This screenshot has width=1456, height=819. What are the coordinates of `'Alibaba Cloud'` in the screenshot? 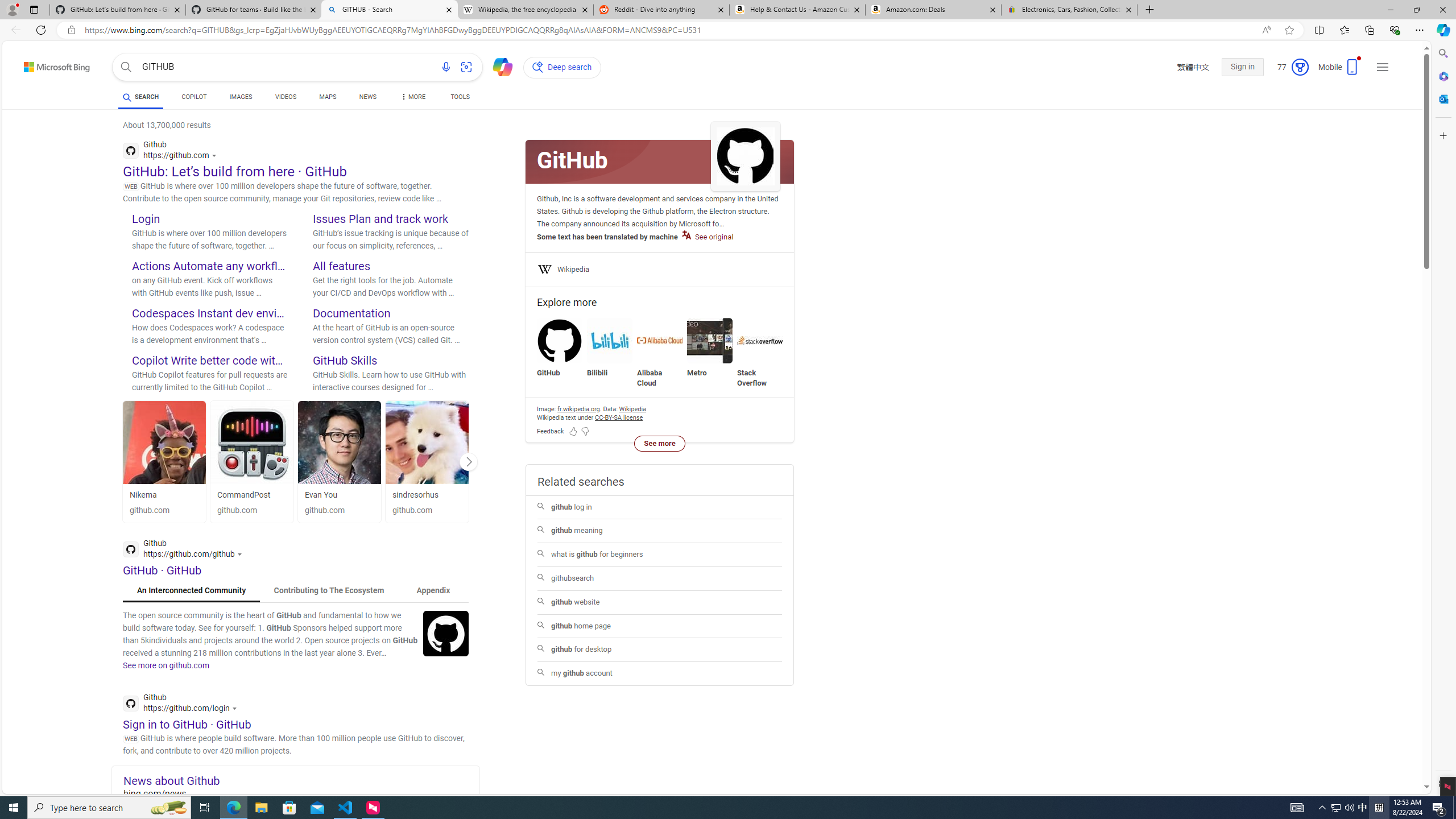 It's located at (659, 340).